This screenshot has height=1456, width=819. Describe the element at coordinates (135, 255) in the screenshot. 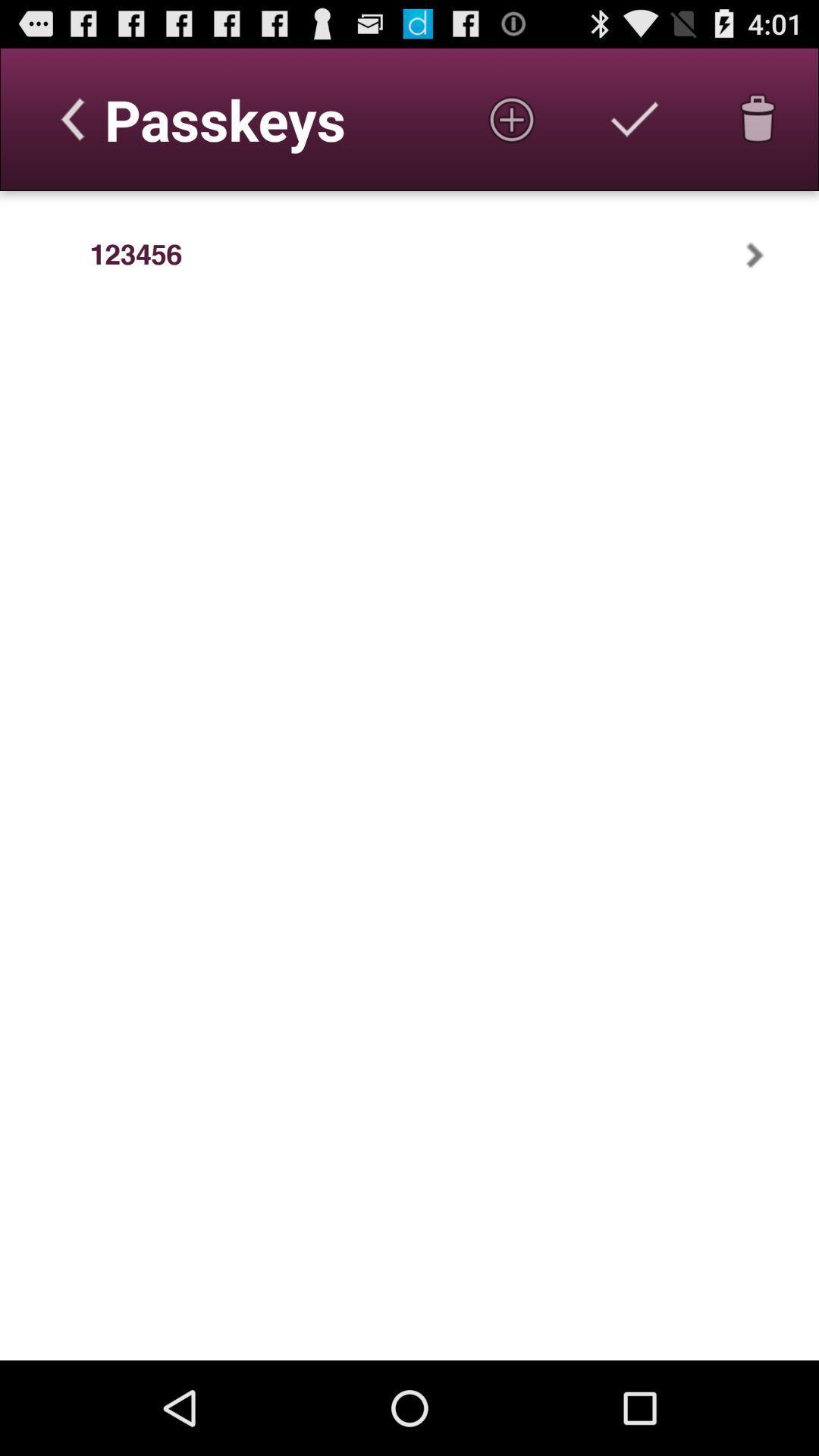

I see `app below the passkeys` at that location.